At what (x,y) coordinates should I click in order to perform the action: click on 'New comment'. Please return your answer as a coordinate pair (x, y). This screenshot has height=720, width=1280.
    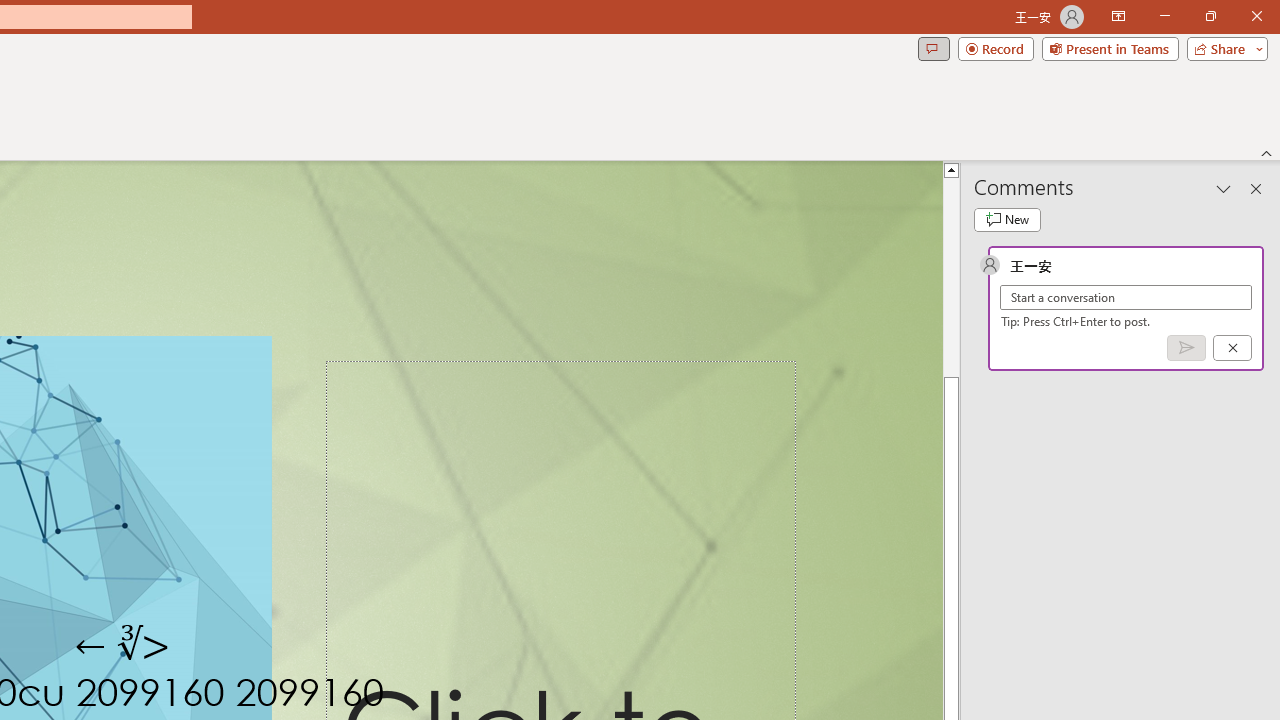
    Looking at the image, I should click on (1007, 219).